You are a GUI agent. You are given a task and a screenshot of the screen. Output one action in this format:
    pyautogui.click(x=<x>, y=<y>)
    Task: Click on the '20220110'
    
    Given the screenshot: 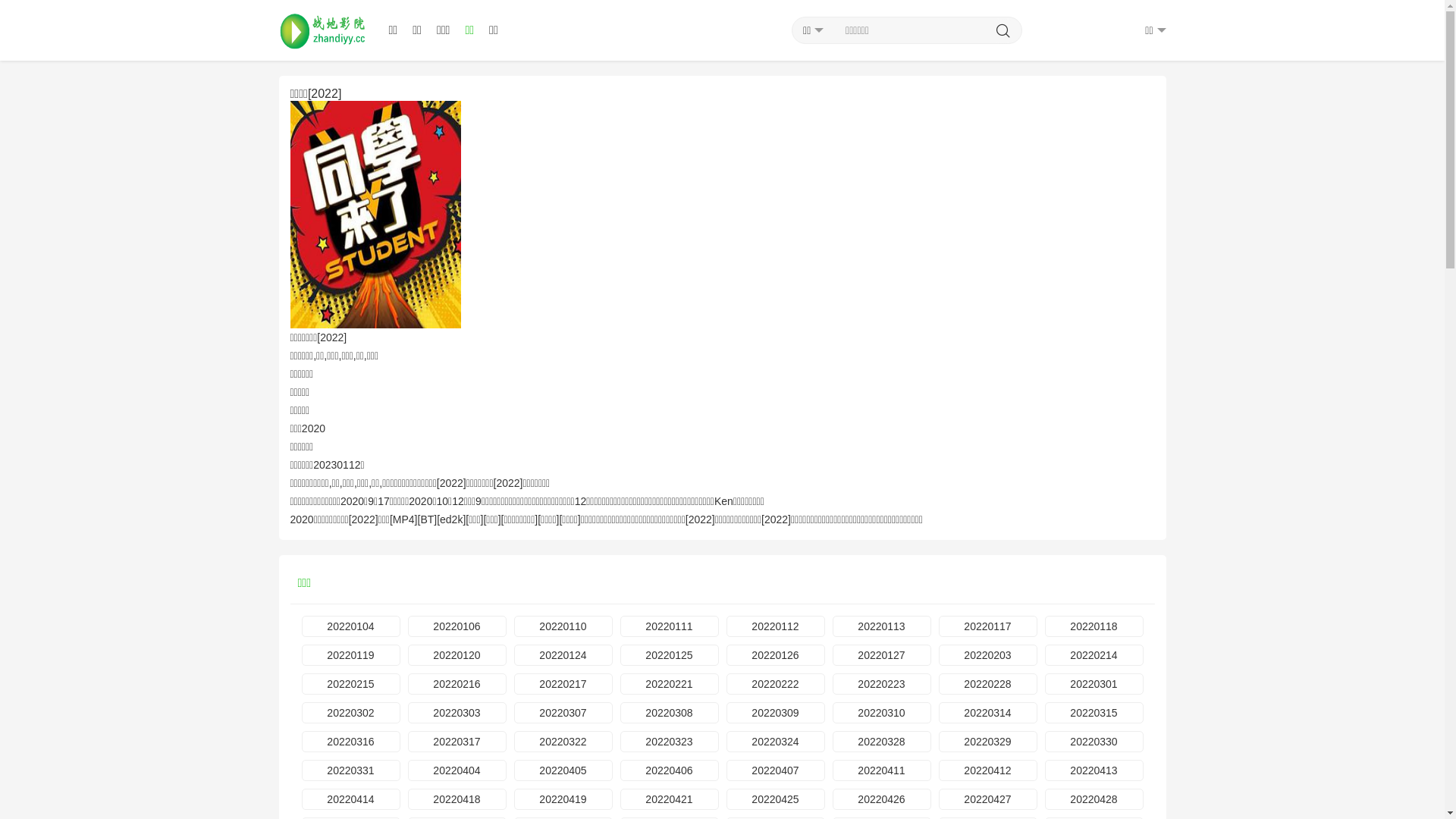 What is the action you would take?
    pyautogui.click(x=563, y=626)
    